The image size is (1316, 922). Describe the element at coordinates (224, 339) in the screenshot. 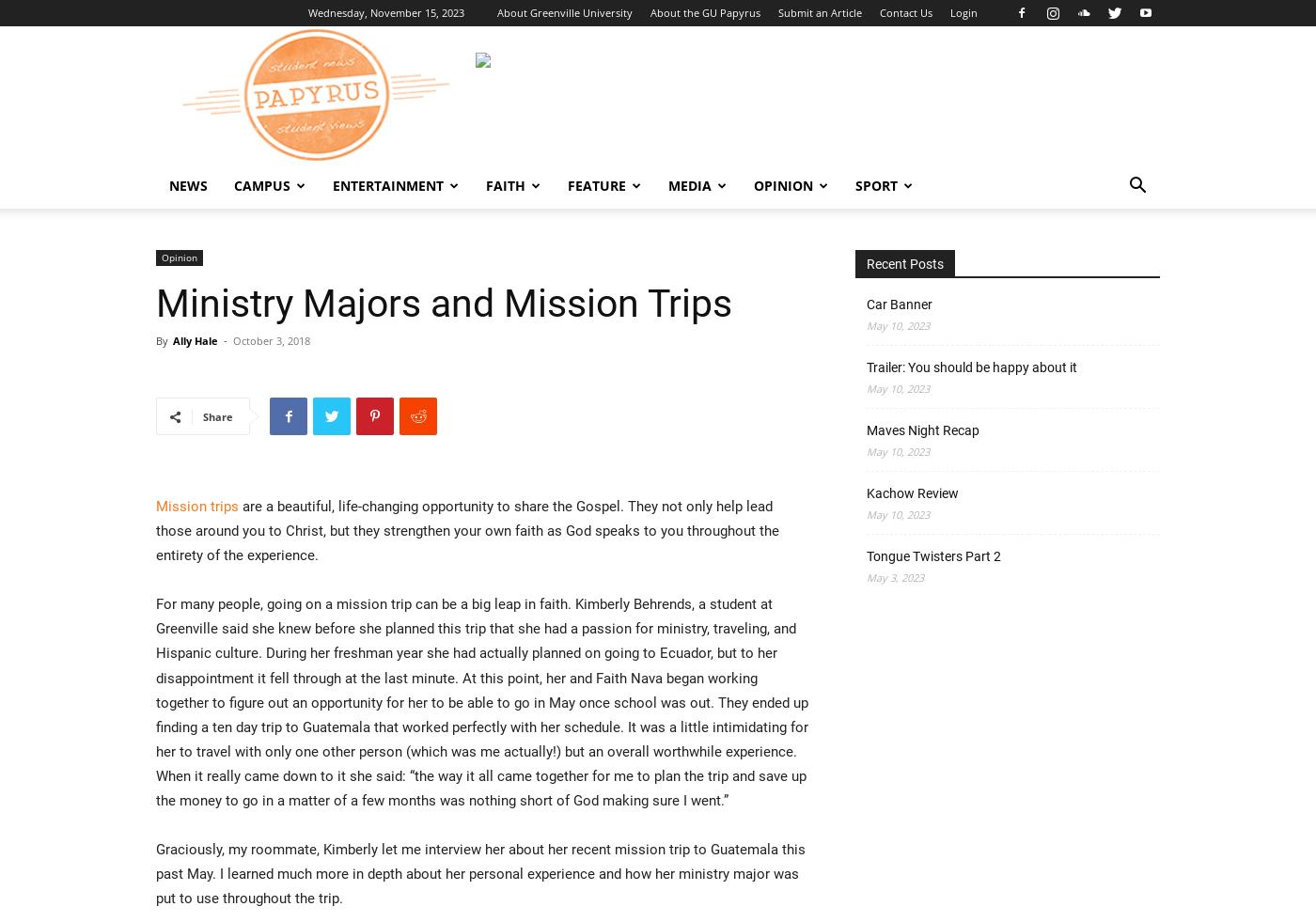

I see `'-'` at that location.